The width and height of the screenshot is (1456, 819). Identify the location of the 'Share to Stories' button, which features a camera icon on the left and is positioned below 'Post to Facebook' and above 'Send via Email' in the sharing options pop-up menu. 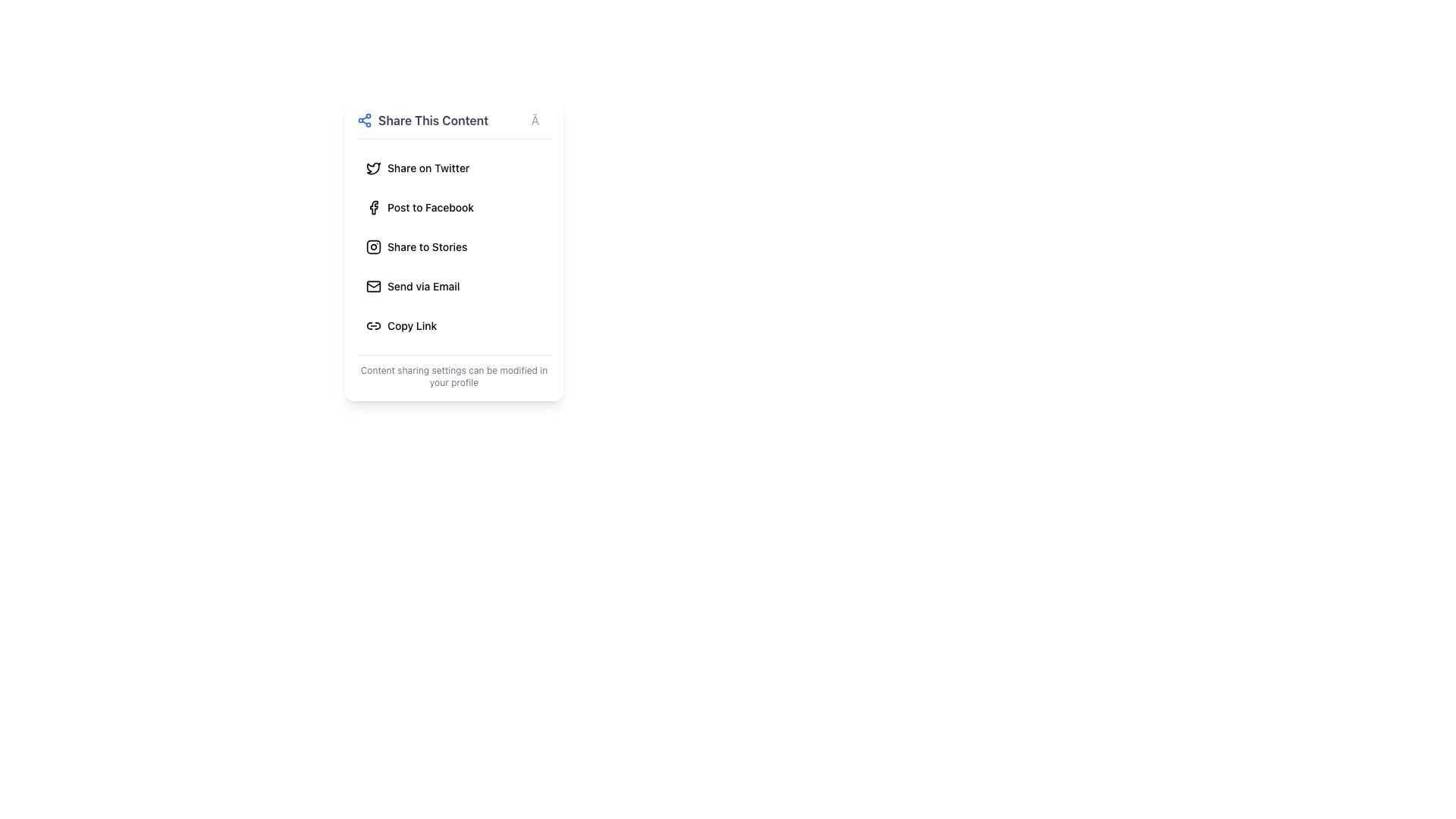
(453, 246).